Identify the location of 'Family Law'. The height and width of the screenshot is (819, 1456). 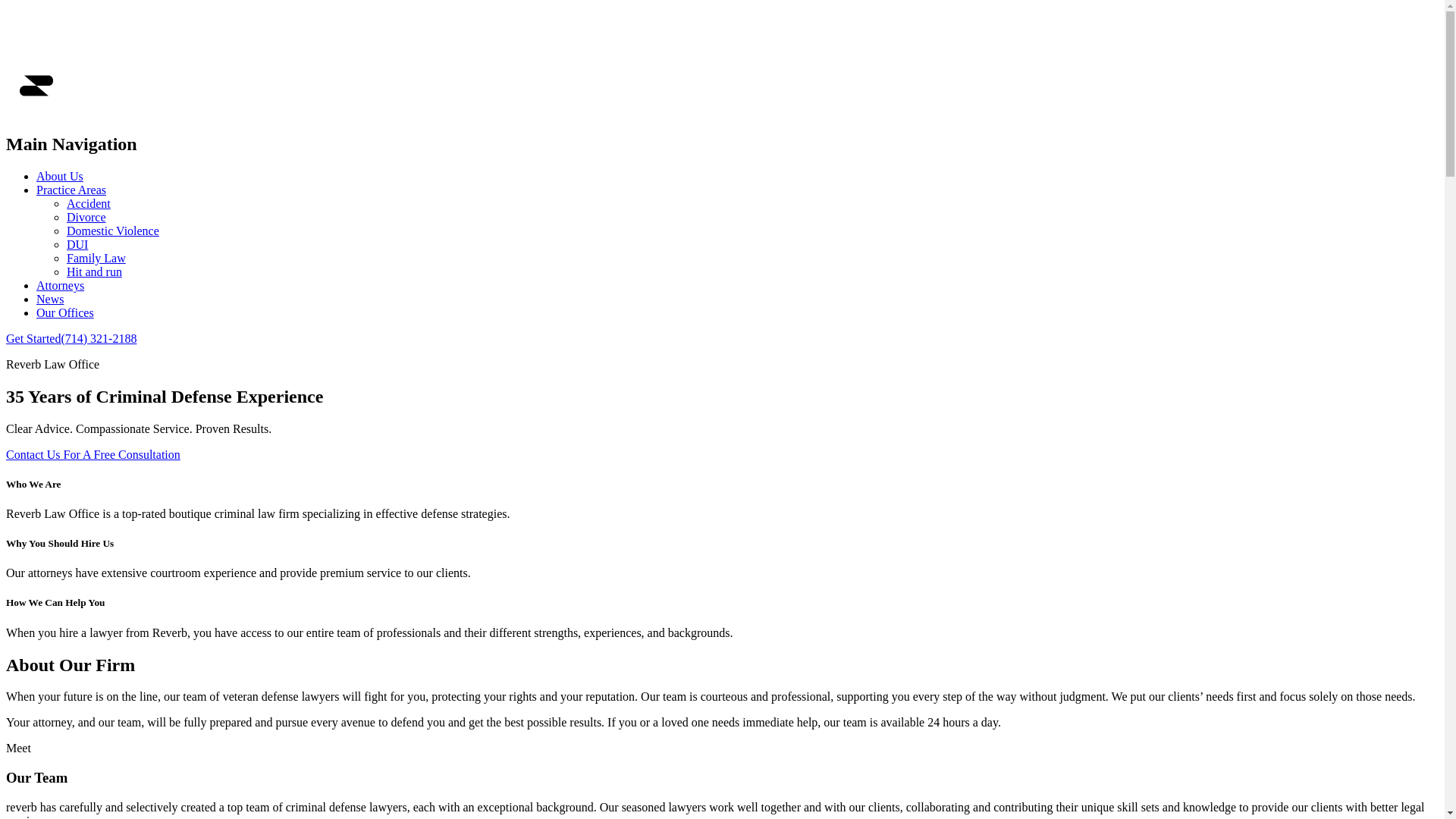
(95, 257).